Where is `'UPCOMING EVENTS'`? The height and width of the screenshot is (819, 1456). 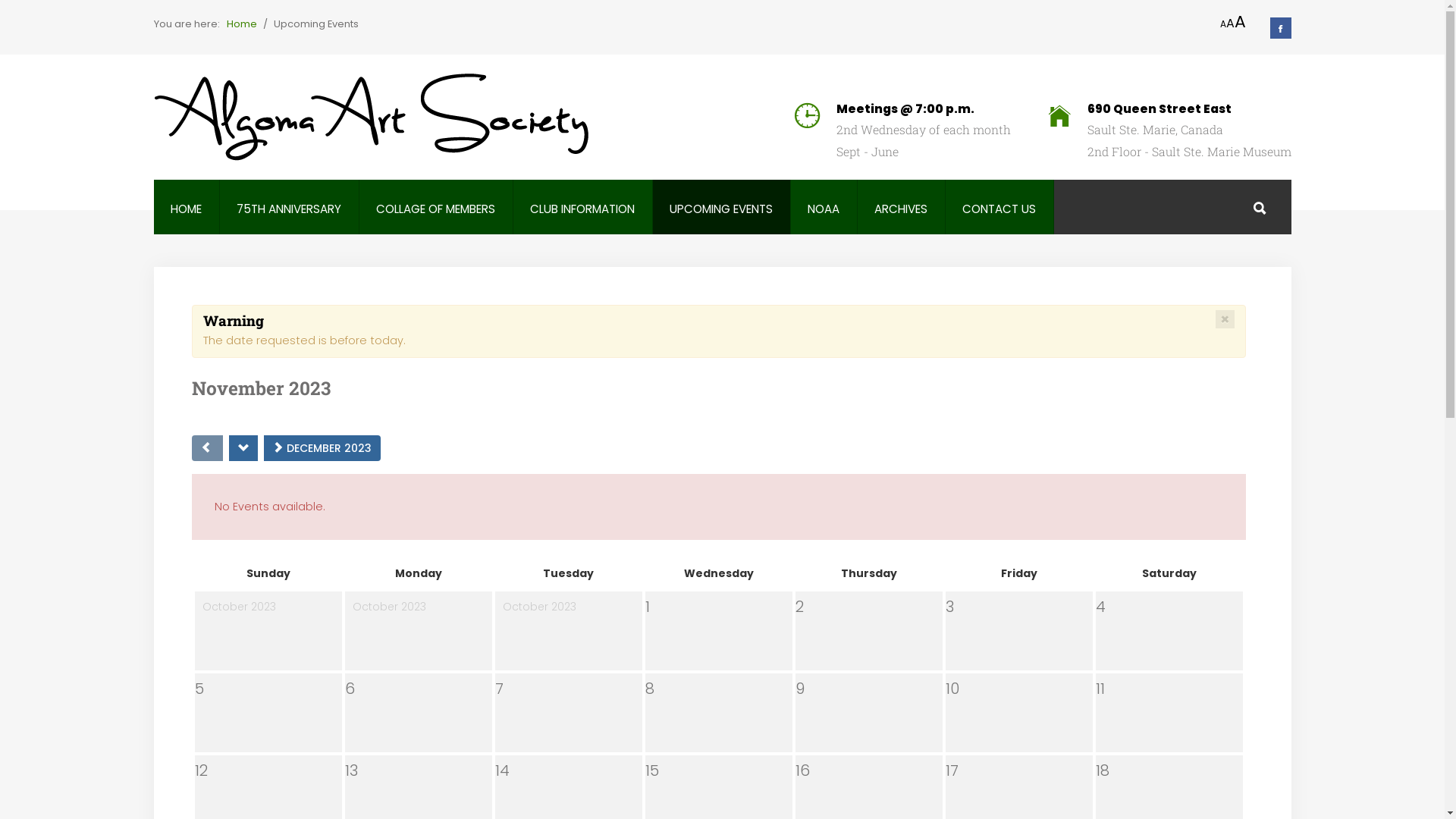 'UPCOMING EVENTS' is located at coordinates (720, 209).